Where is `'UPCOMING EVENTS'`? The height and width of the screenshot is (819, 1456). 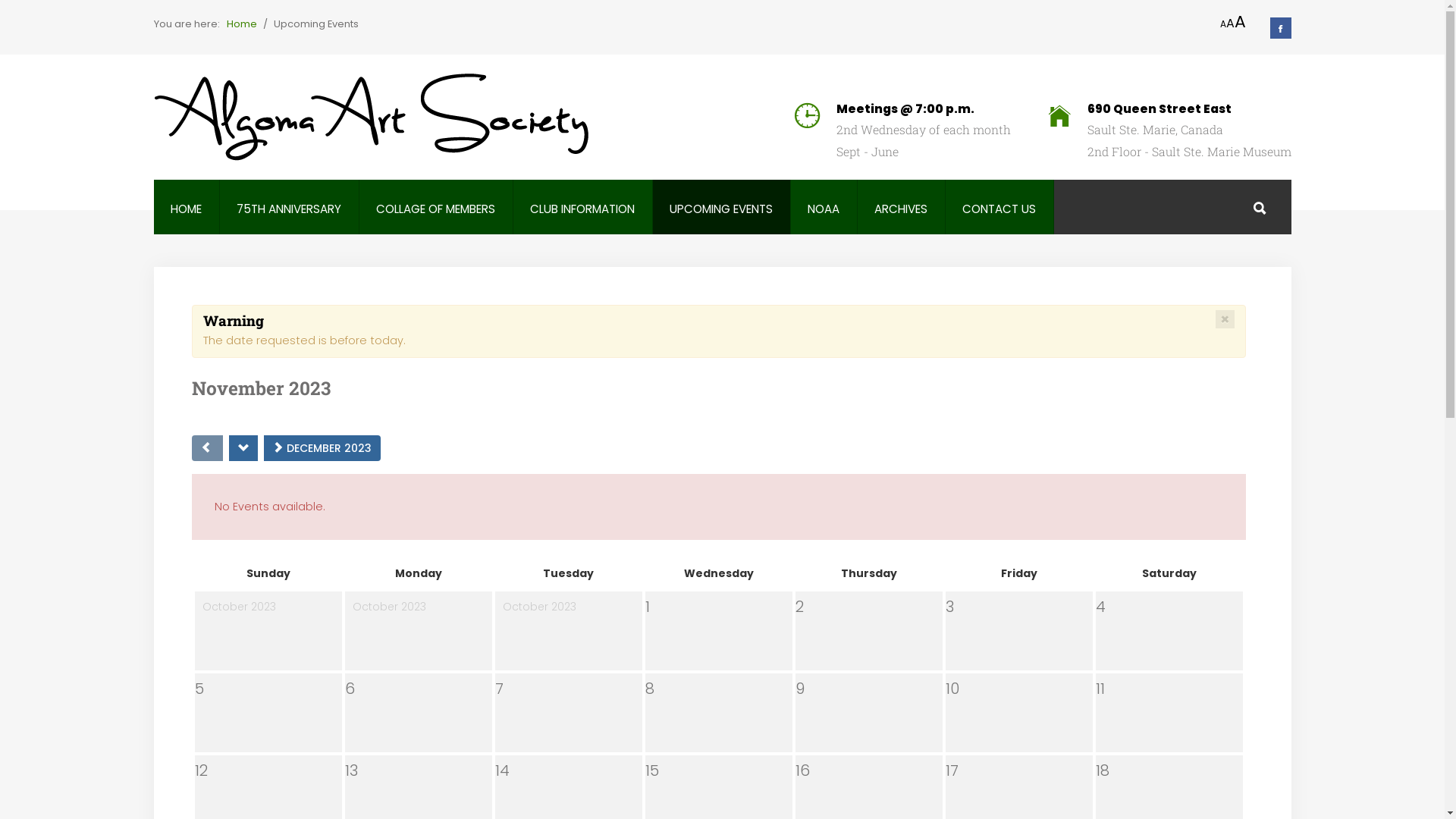 'UPCOMING EVENTS' is located at coordinates (720, 209).